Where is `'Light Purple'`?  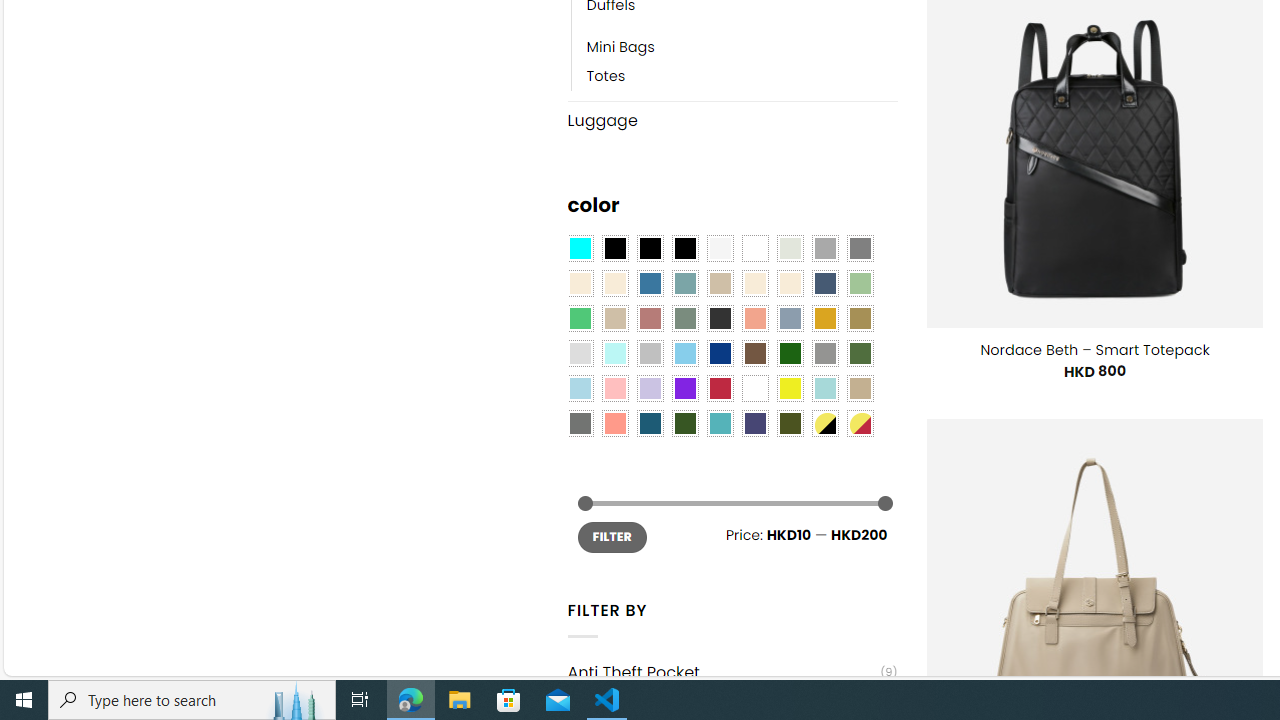
'Light Purple' is located at coordinates (650, 388).